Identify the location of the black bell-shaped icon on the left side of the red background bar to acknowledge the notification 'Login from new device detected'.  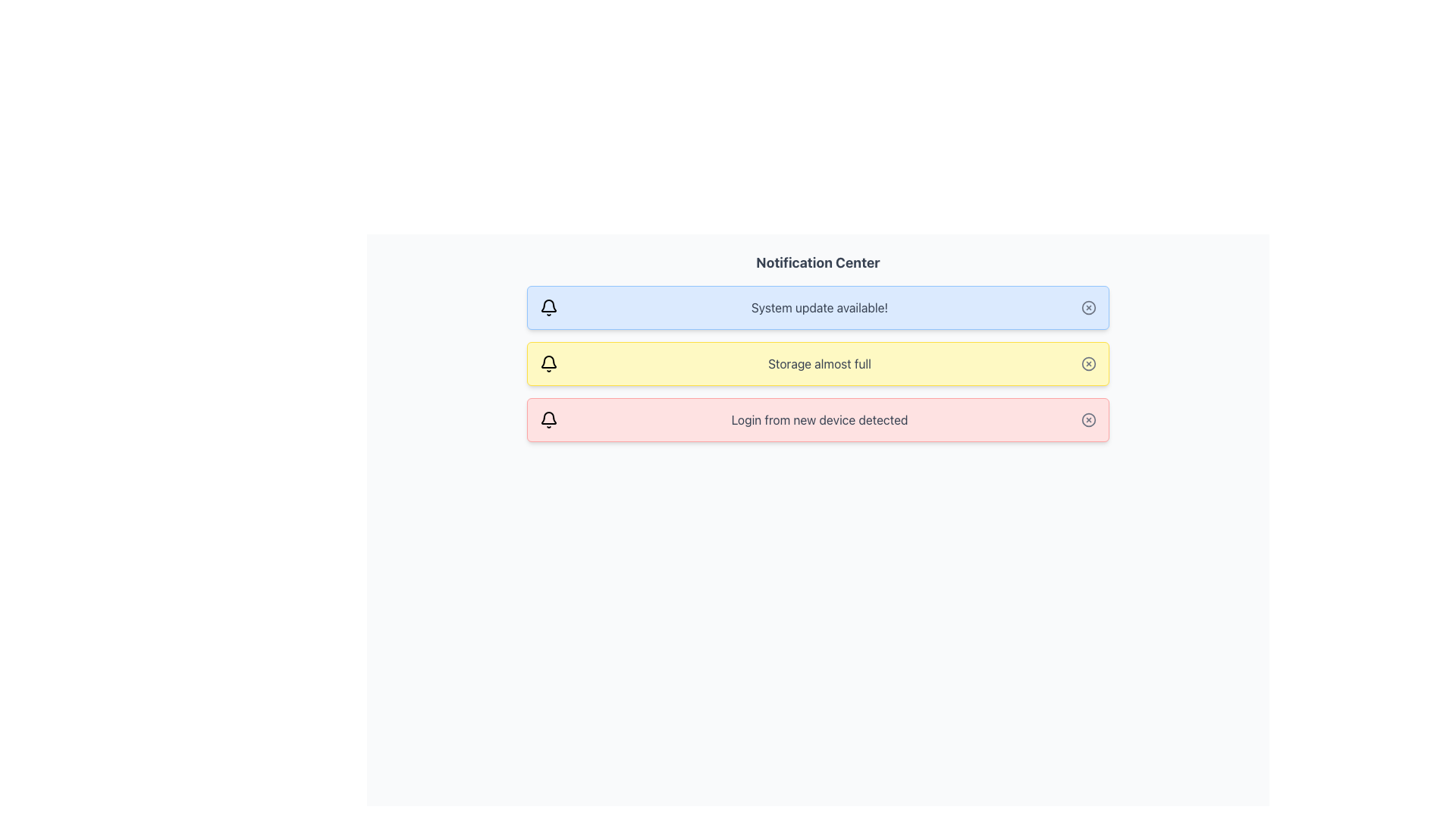
(548, 418).